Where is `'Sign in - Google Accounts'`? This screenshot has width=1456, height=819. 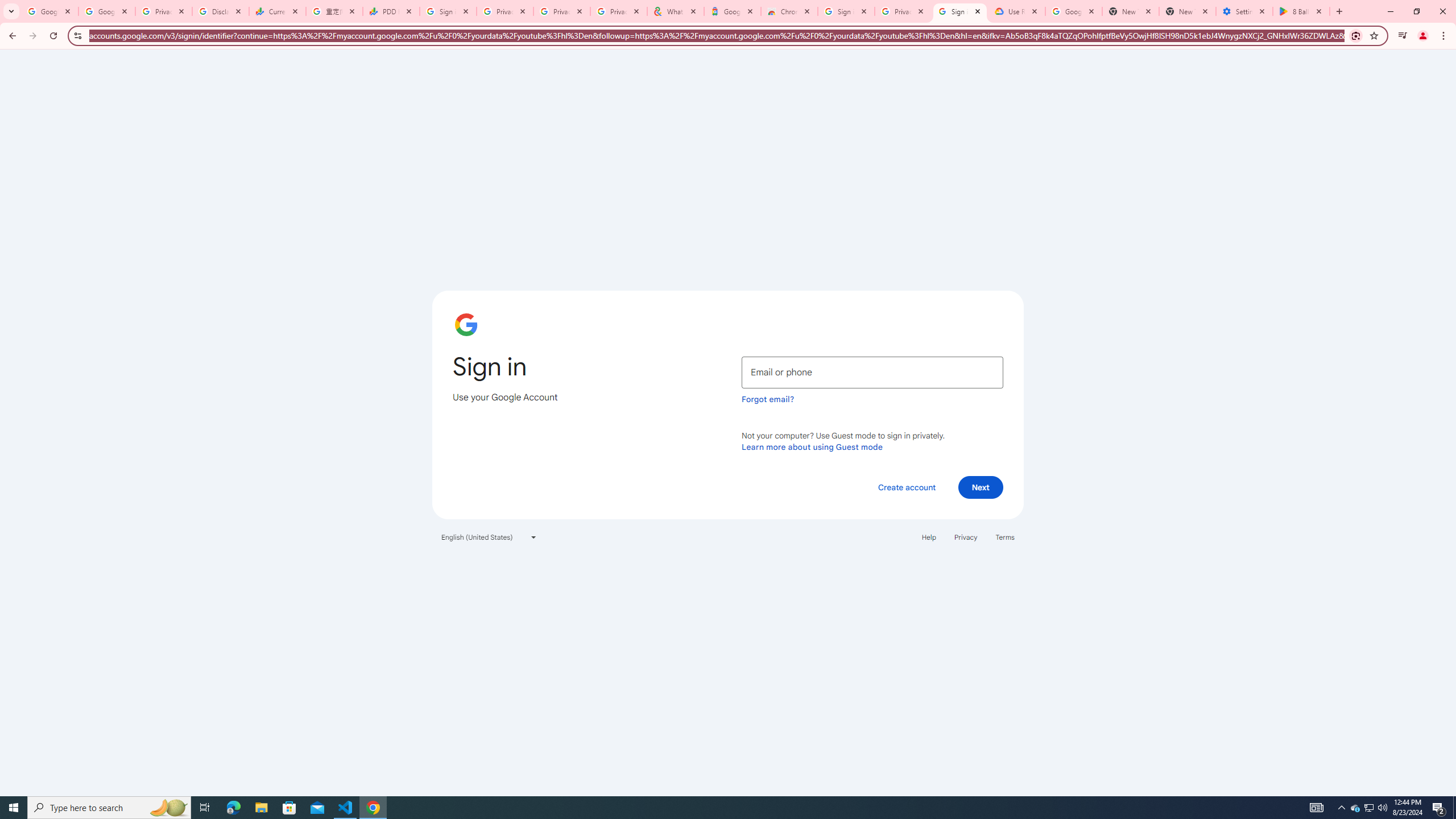
'Sign in - Google Accounts' is located at coordinates (846, 11).